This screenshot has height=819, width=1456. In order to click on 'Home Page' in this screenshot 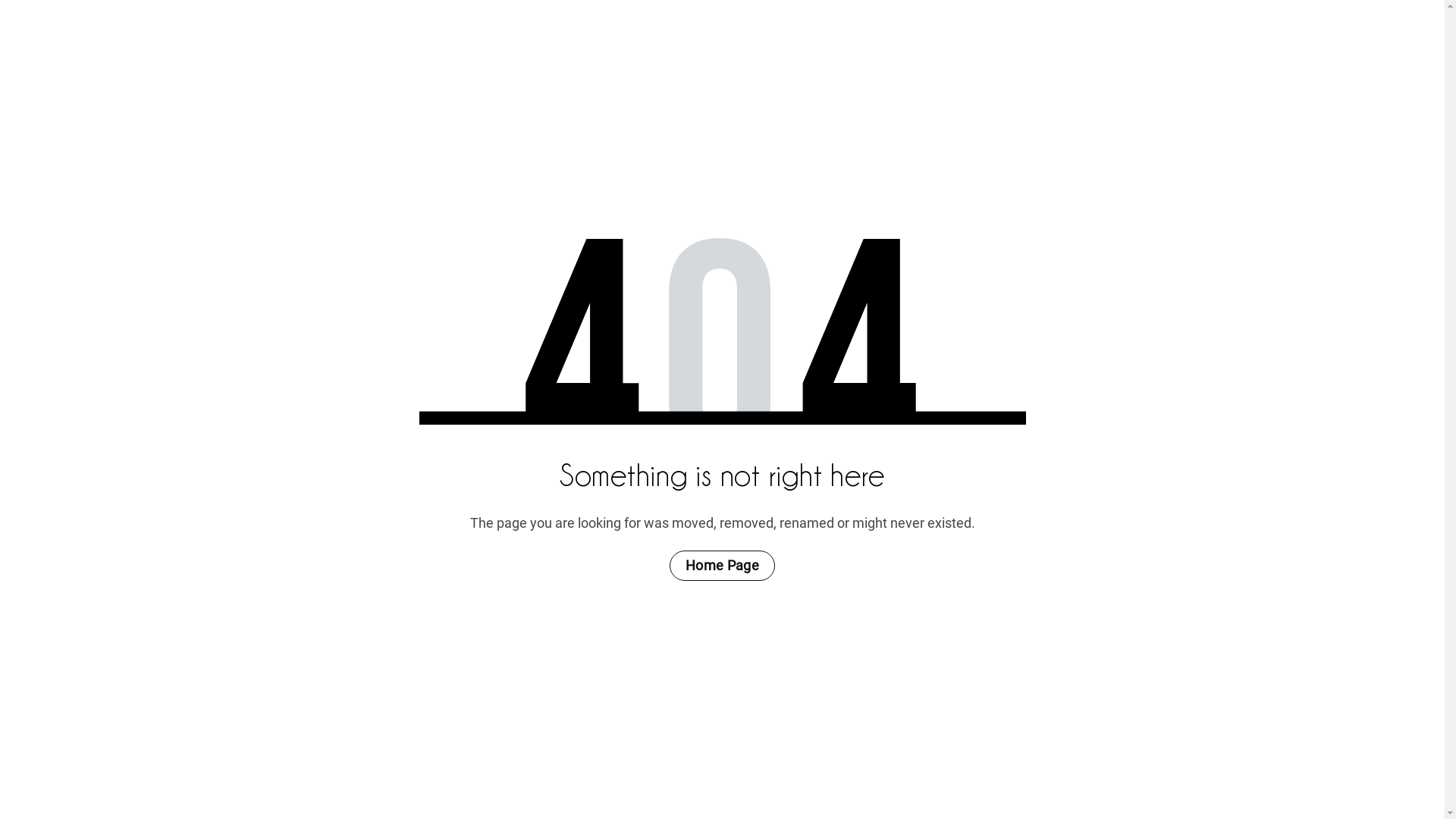, I will do `click(669, 565)`.